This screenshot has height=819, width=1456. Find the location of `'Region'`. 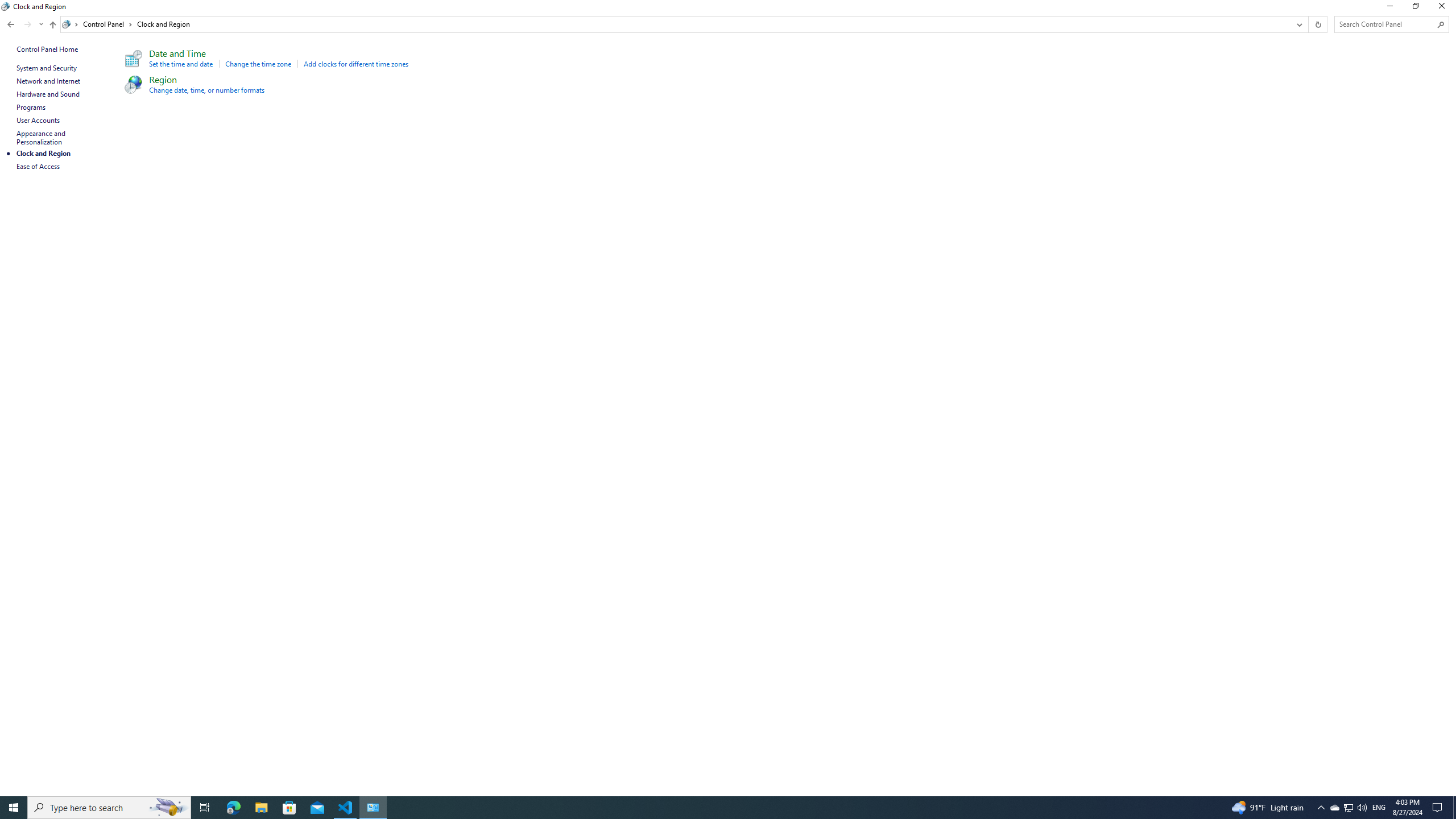

'Region' is located at coordinates (162, 78).